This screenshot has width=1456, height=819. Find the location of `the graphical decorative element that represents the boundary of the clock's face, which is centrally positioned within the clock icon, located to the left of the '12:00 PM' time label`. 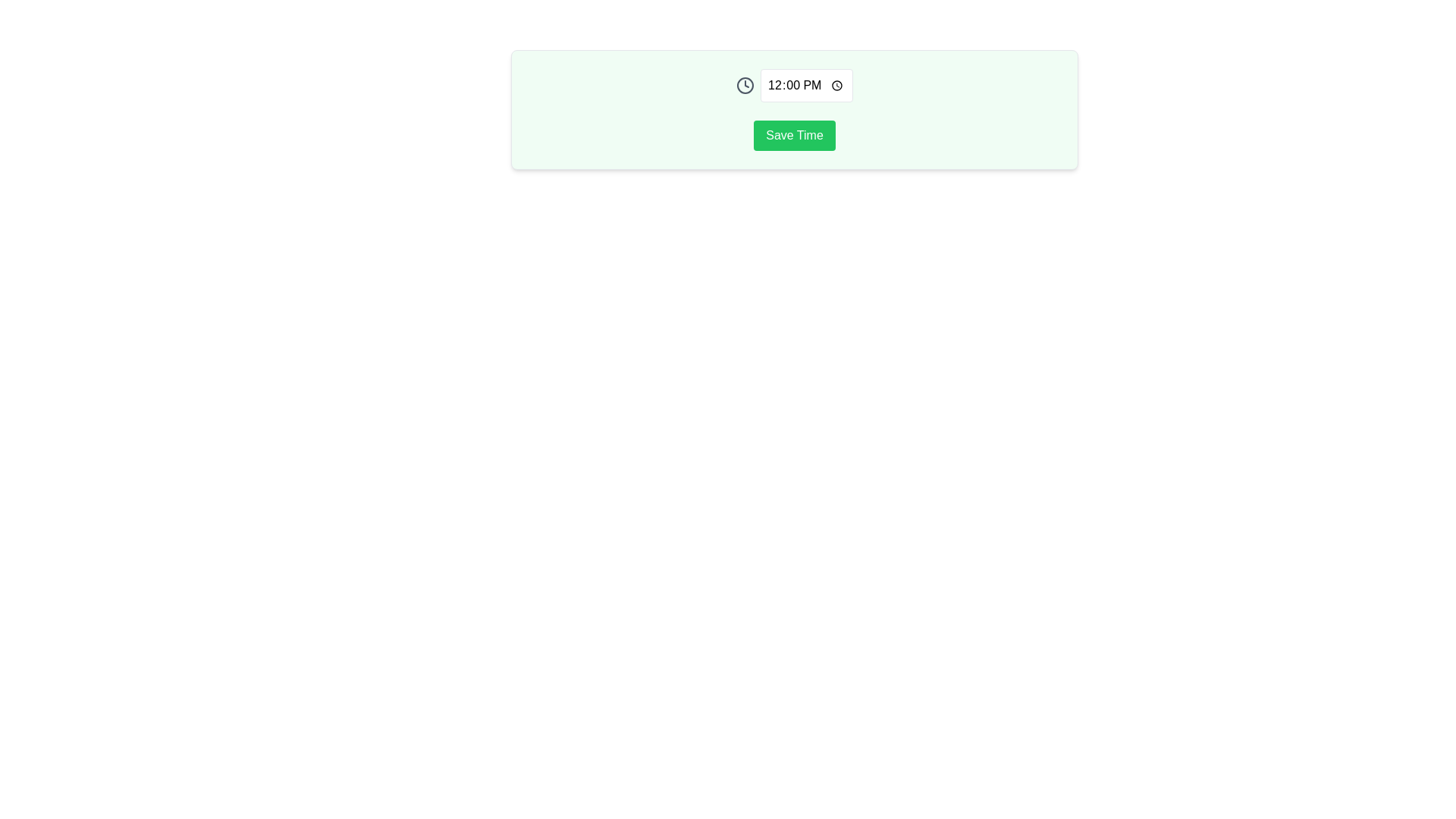

the graphical decorative element that represents the boundary of the clock's face, which is centrally positioned within the clock icon, located to the left of the '12:00 PM' time label is located at coordinates (745, 85).